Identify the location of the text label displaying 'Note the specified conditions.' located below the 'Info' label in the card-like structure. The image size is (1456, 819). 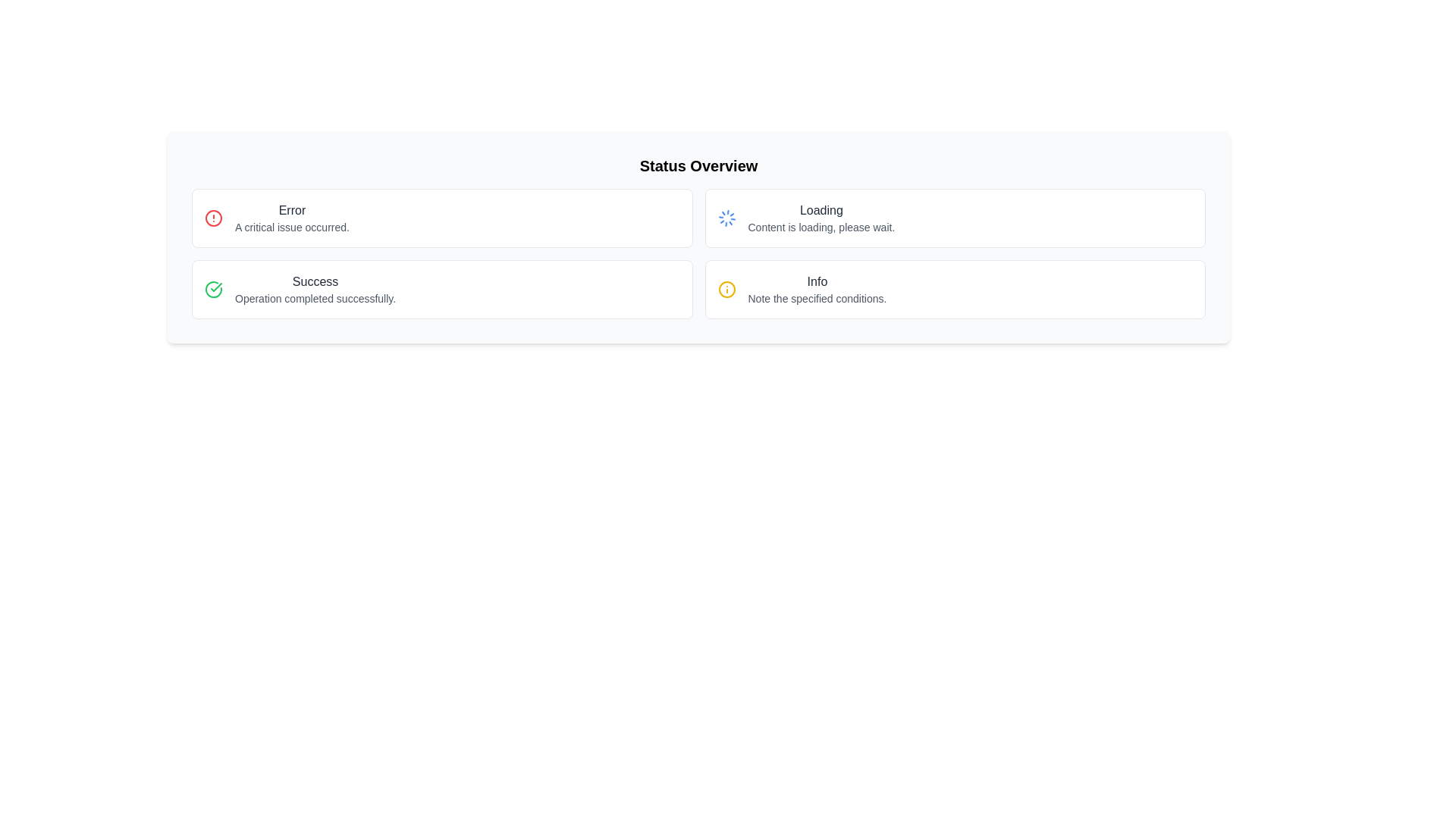
(816, 298).